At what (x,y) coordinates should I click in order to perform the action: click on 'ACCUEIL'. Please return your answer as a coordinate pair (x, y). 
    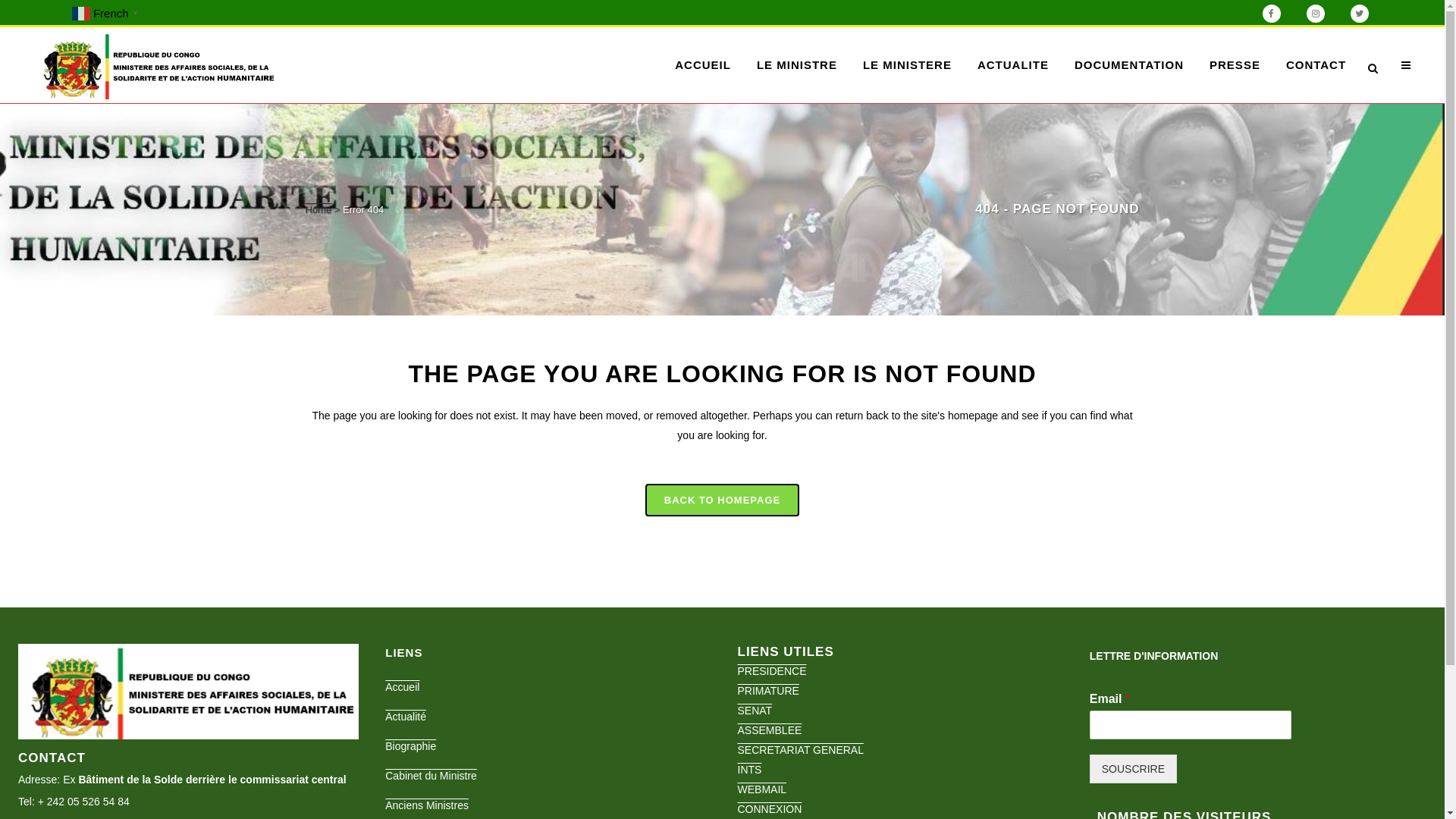
    Looking at the image, I should click on (701, 64).